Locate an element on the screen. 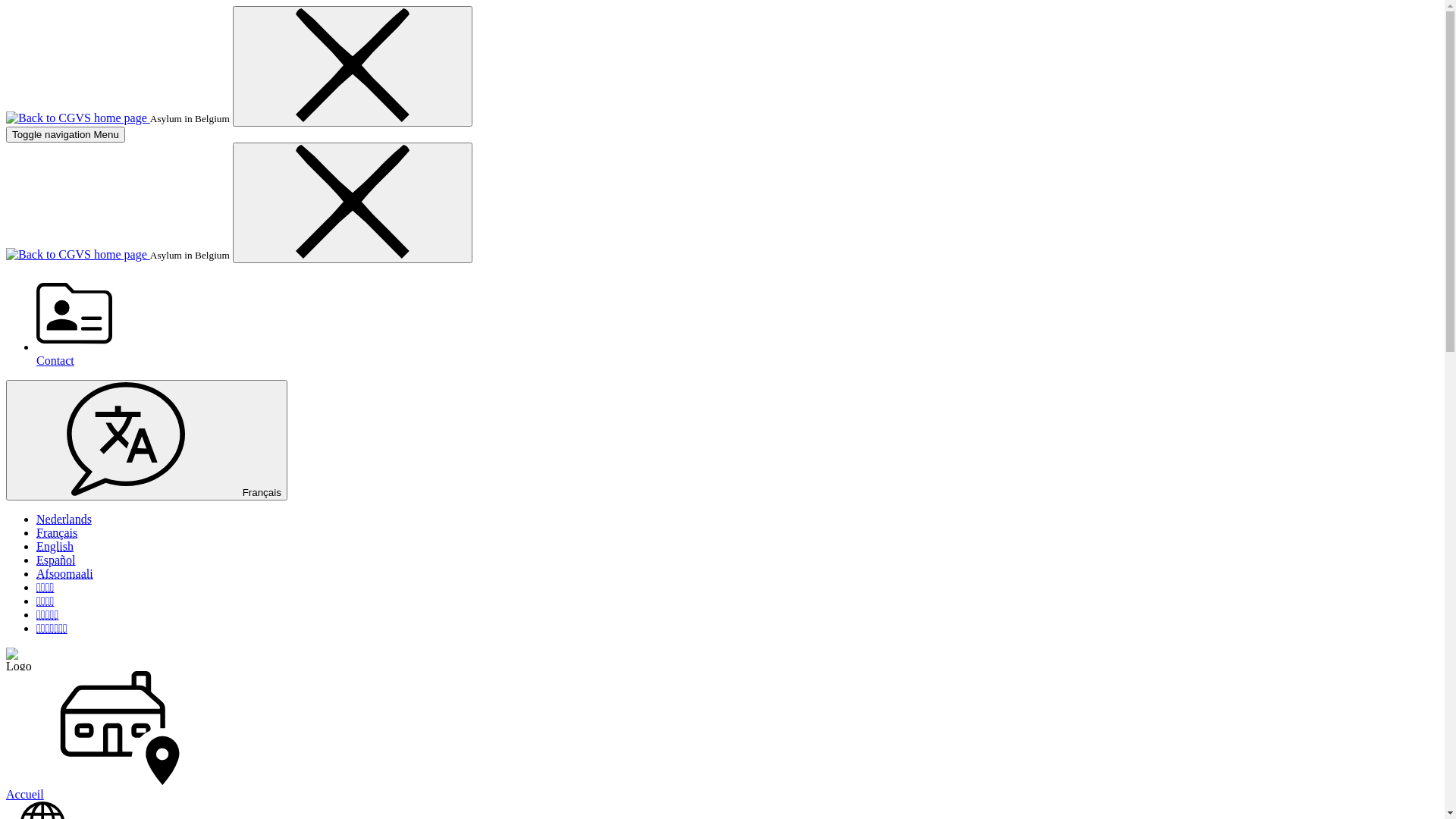  'Accueil' is located at coordinates (721, 736).